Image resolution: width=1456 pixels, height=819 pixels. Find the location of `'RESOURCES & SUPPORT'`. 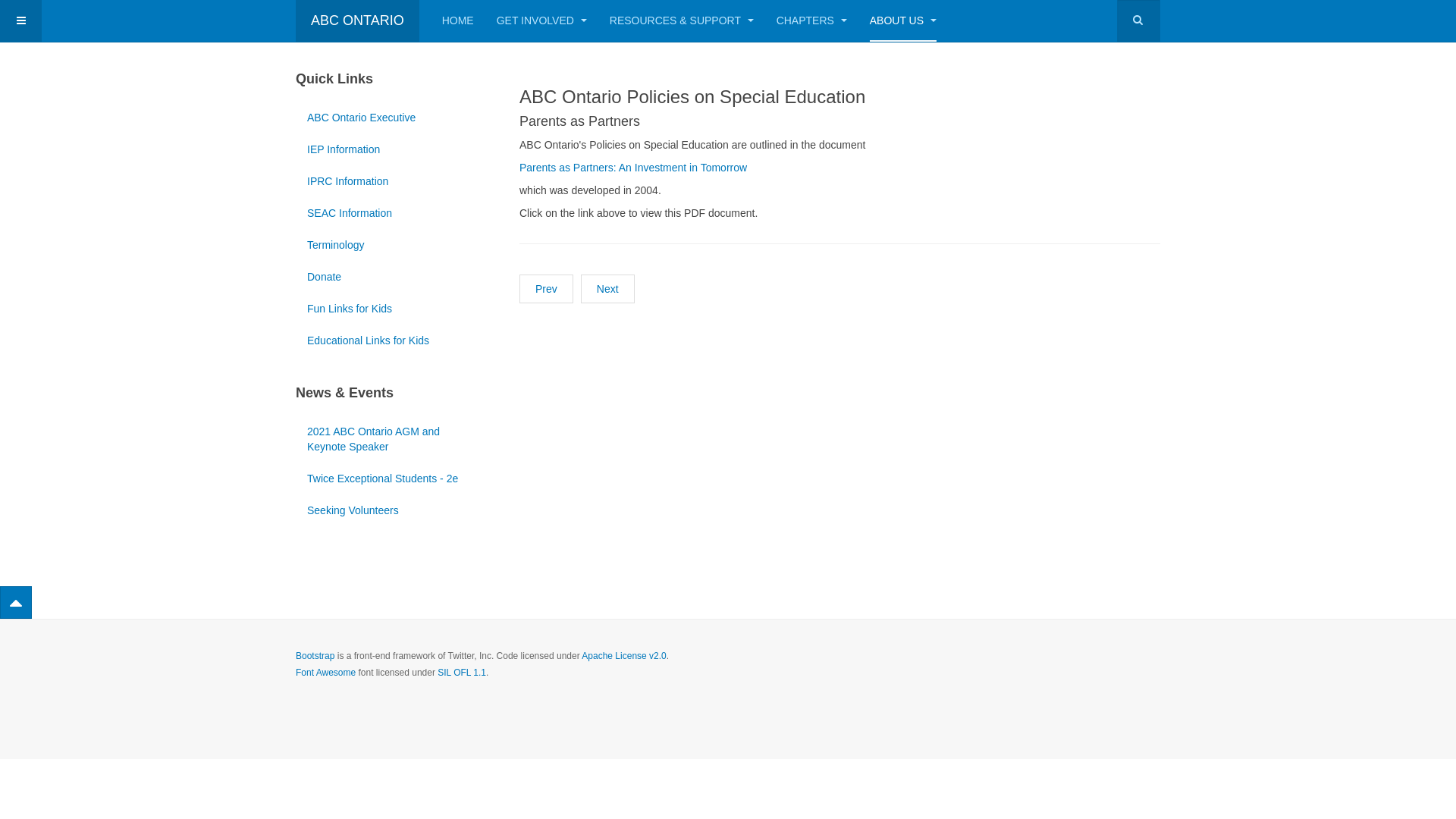

'RESOURCES & SUPPORT' is located at coordinates (610, 20).